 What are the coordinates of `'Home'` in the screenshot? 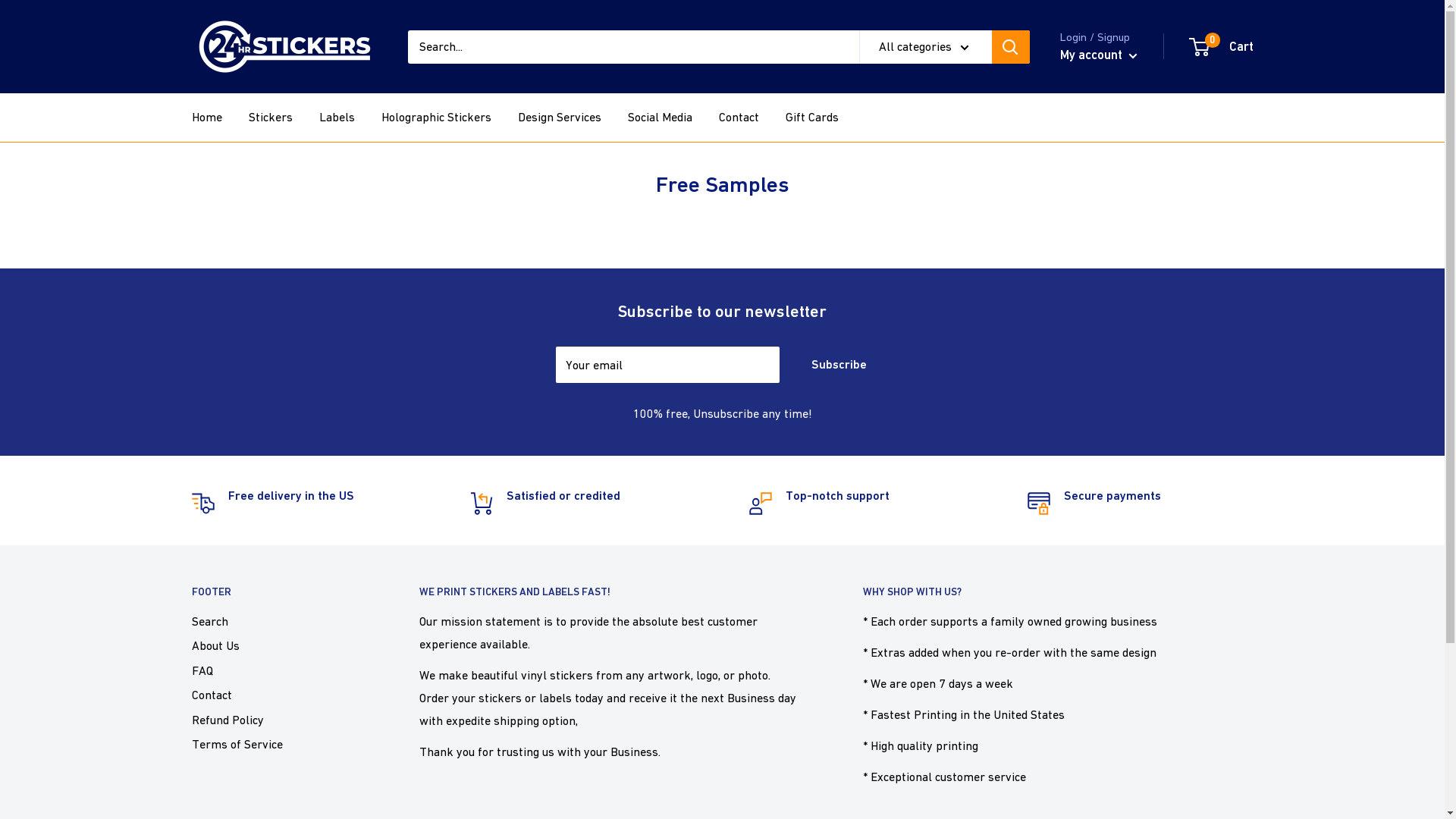 It's located at (206, 116).